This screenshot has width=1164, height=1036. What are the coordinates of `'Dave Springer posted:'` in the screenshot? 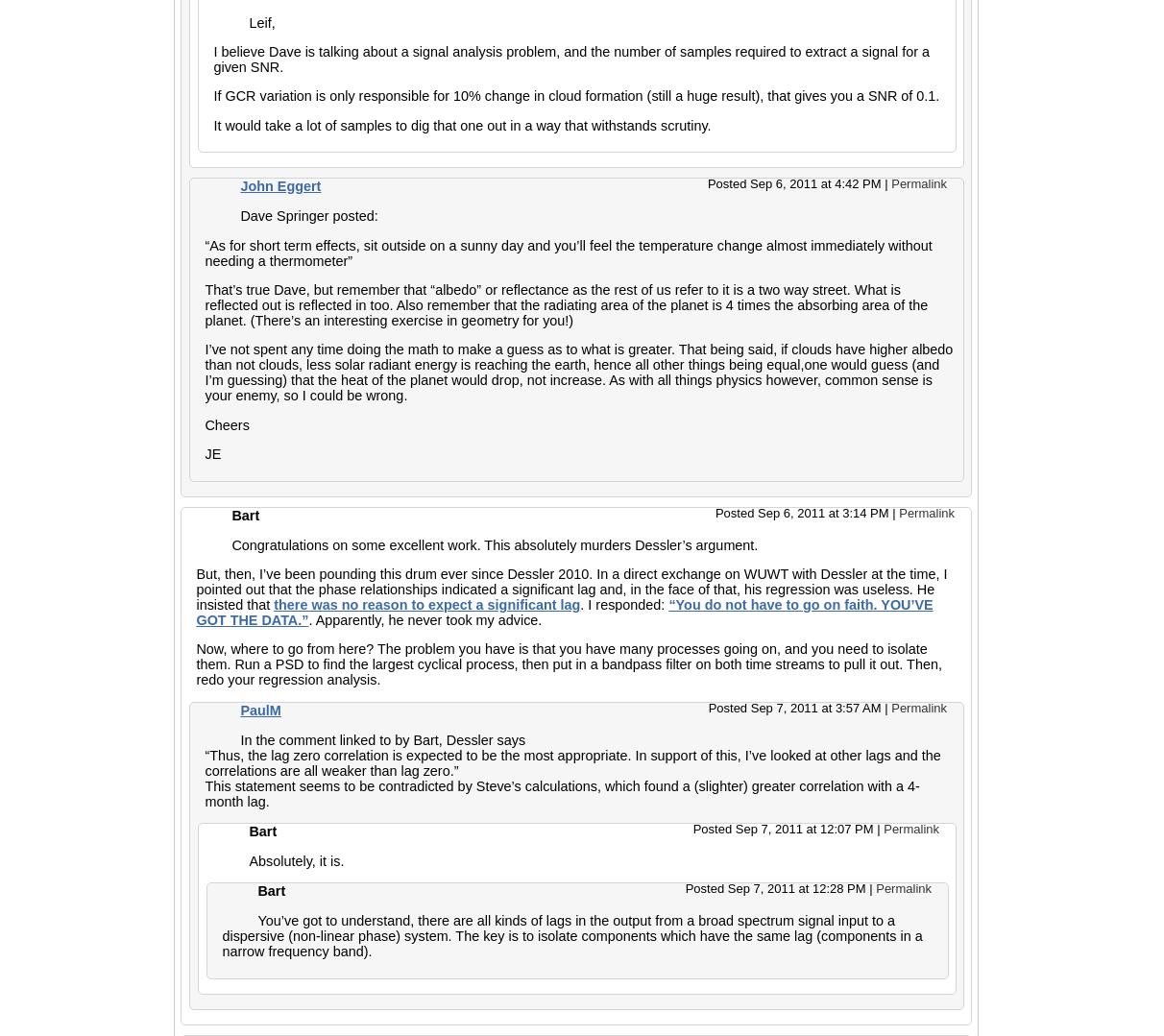 It's located at (307, 214).